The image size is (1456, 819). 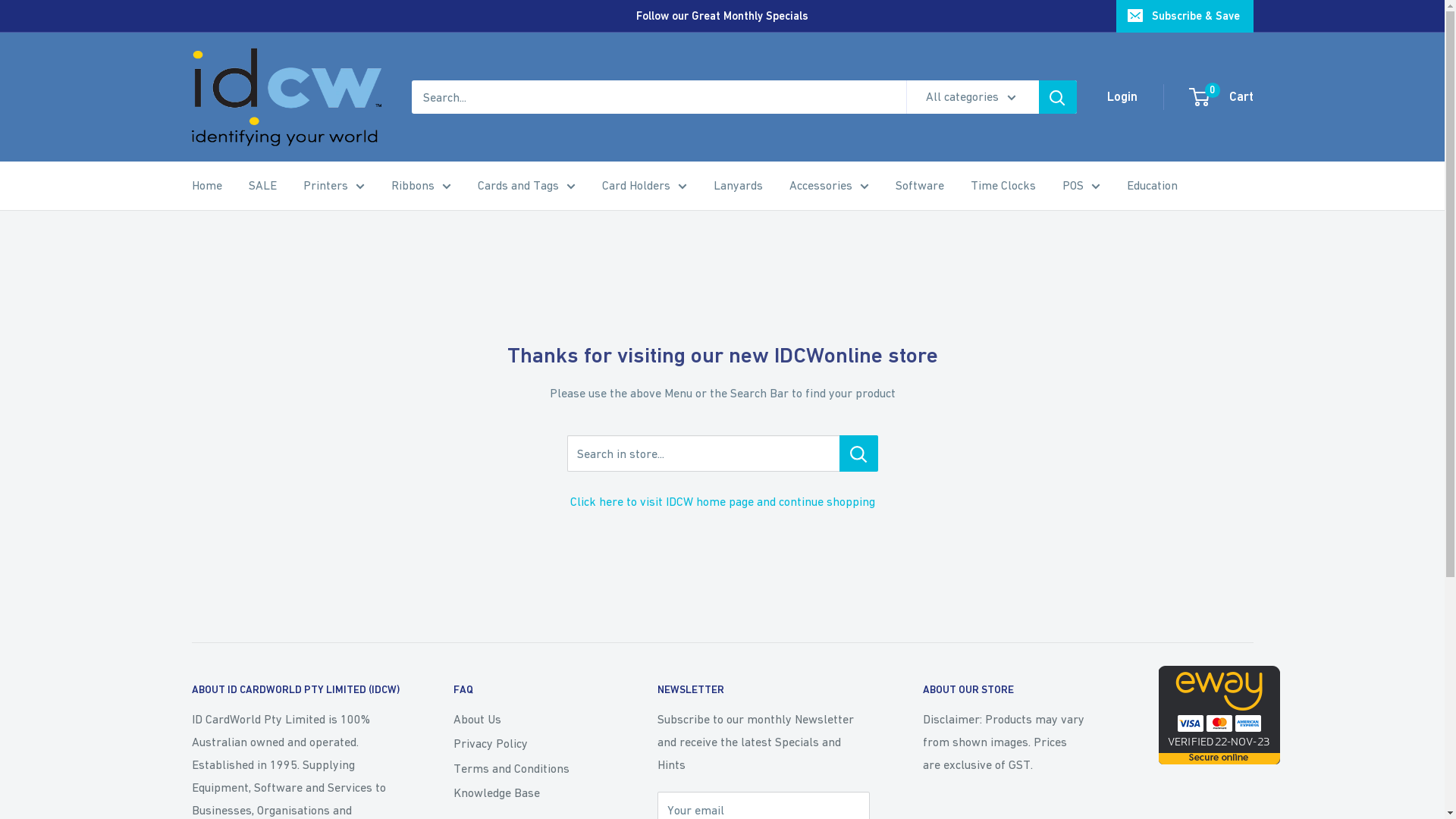 What do you see at coordinates (971, 185) in the screenshot?
I see `'Time Clocks'` at bounding box center [971, 185].